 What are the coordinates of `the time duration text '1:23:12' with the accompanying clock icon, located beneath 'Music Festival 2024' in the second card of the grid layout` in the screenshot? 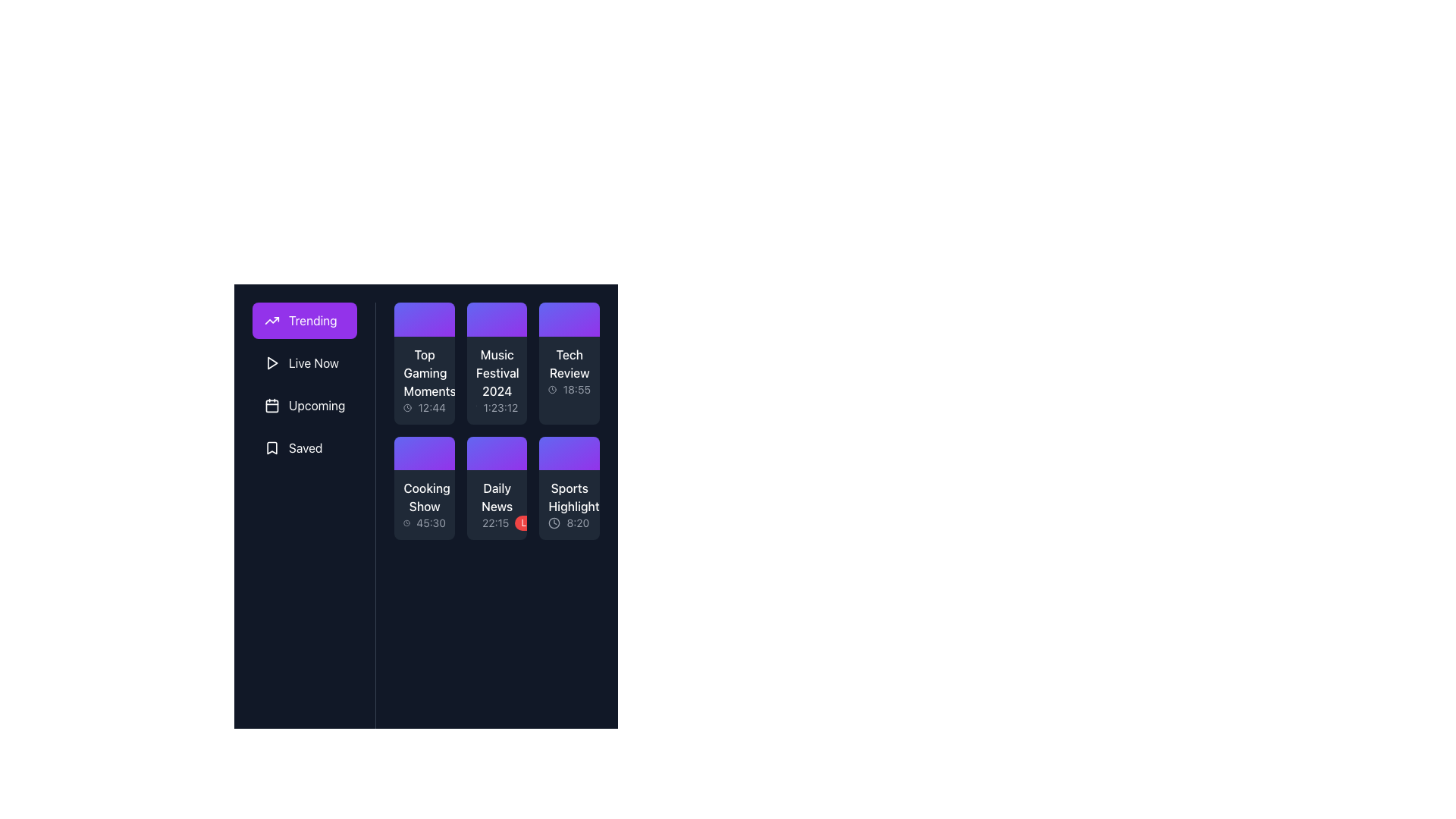 It's located at (497, 406).